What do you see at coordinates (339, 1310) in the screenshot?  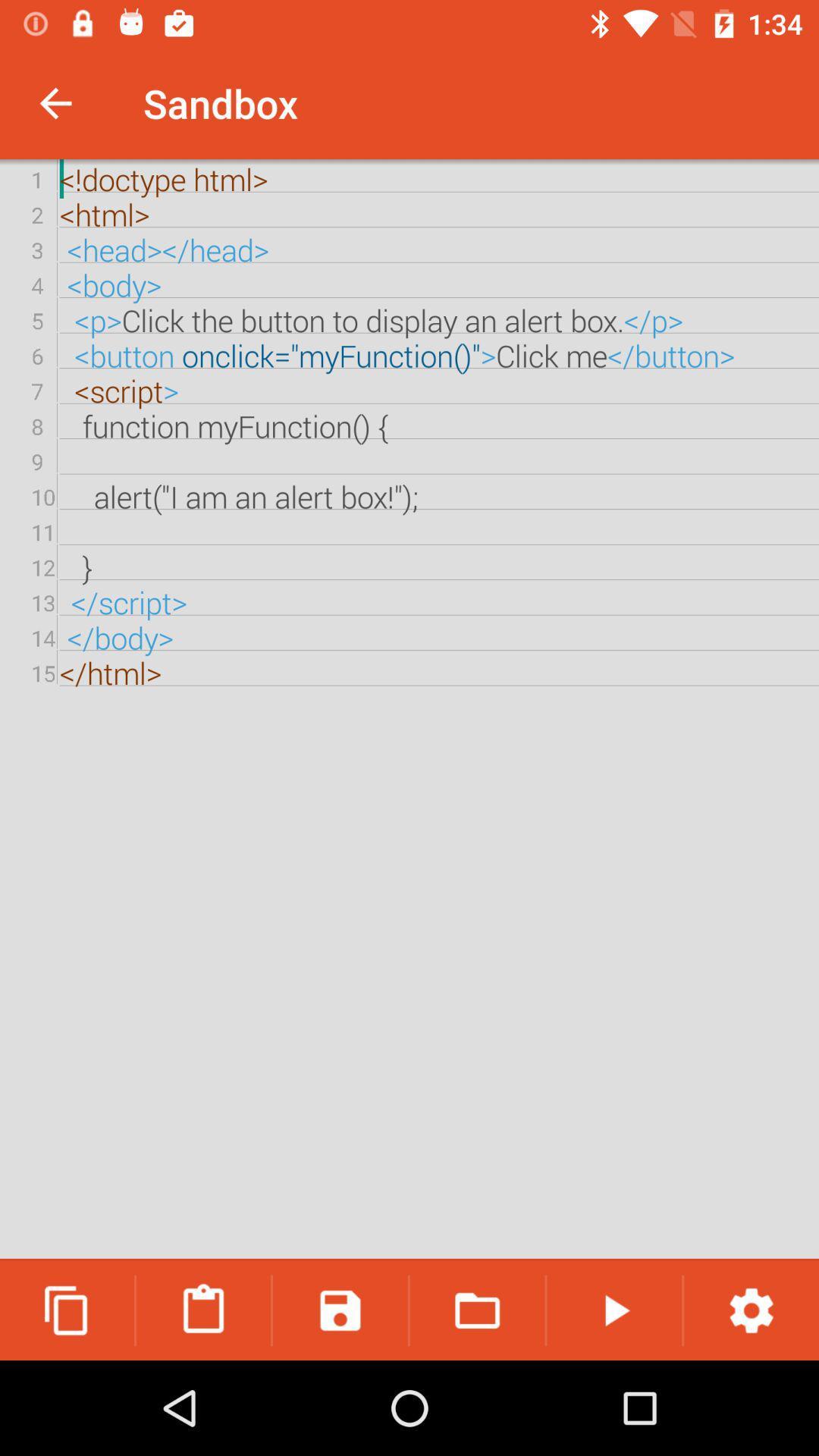 I see `the save icon` at bounding box center [339, 1310].